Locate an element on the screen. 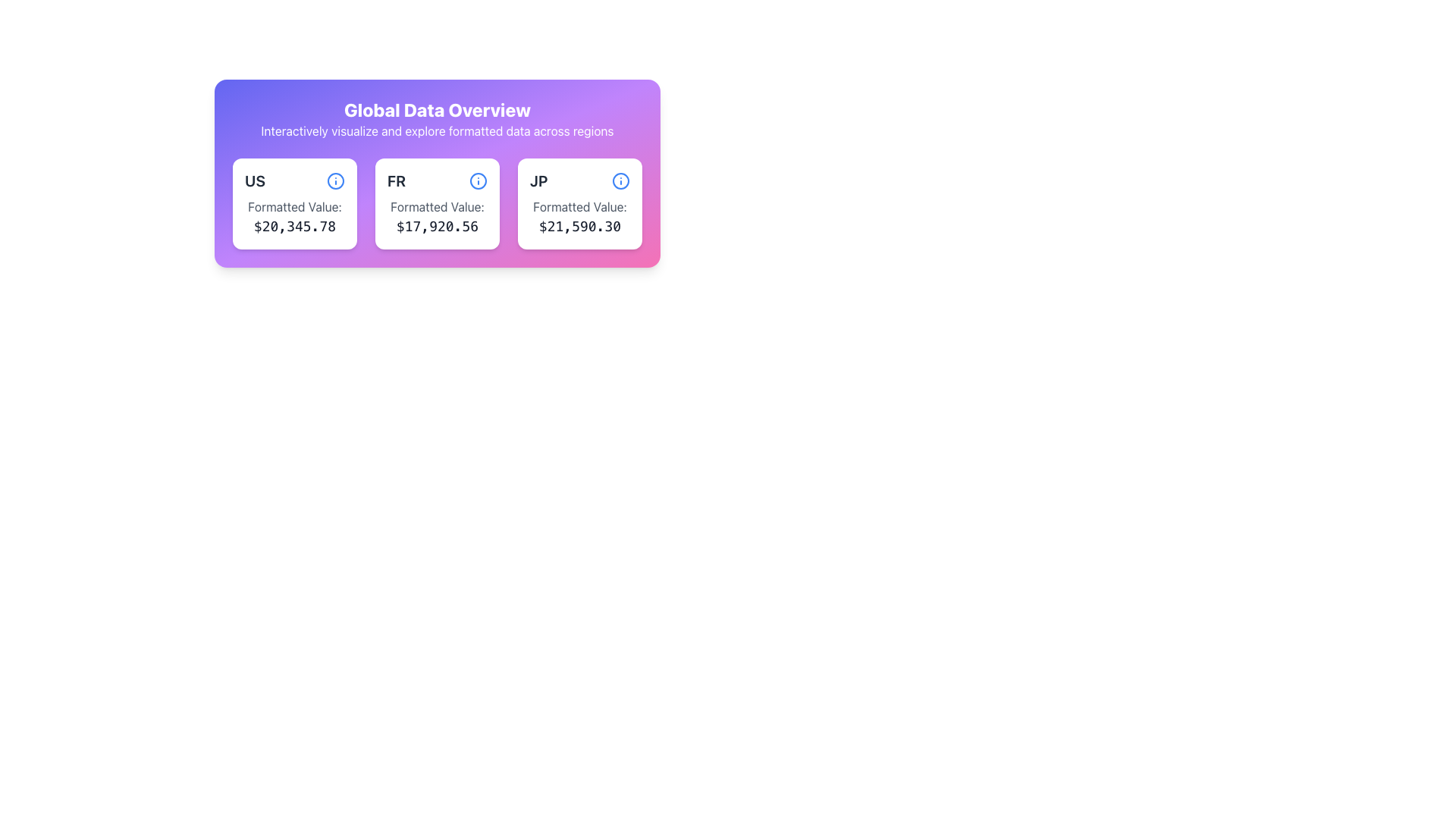 The height and width of the screenshot is (819, 1456). the blue circular icon located above the text '$21,590.30' is located at coordinates (621, 180).